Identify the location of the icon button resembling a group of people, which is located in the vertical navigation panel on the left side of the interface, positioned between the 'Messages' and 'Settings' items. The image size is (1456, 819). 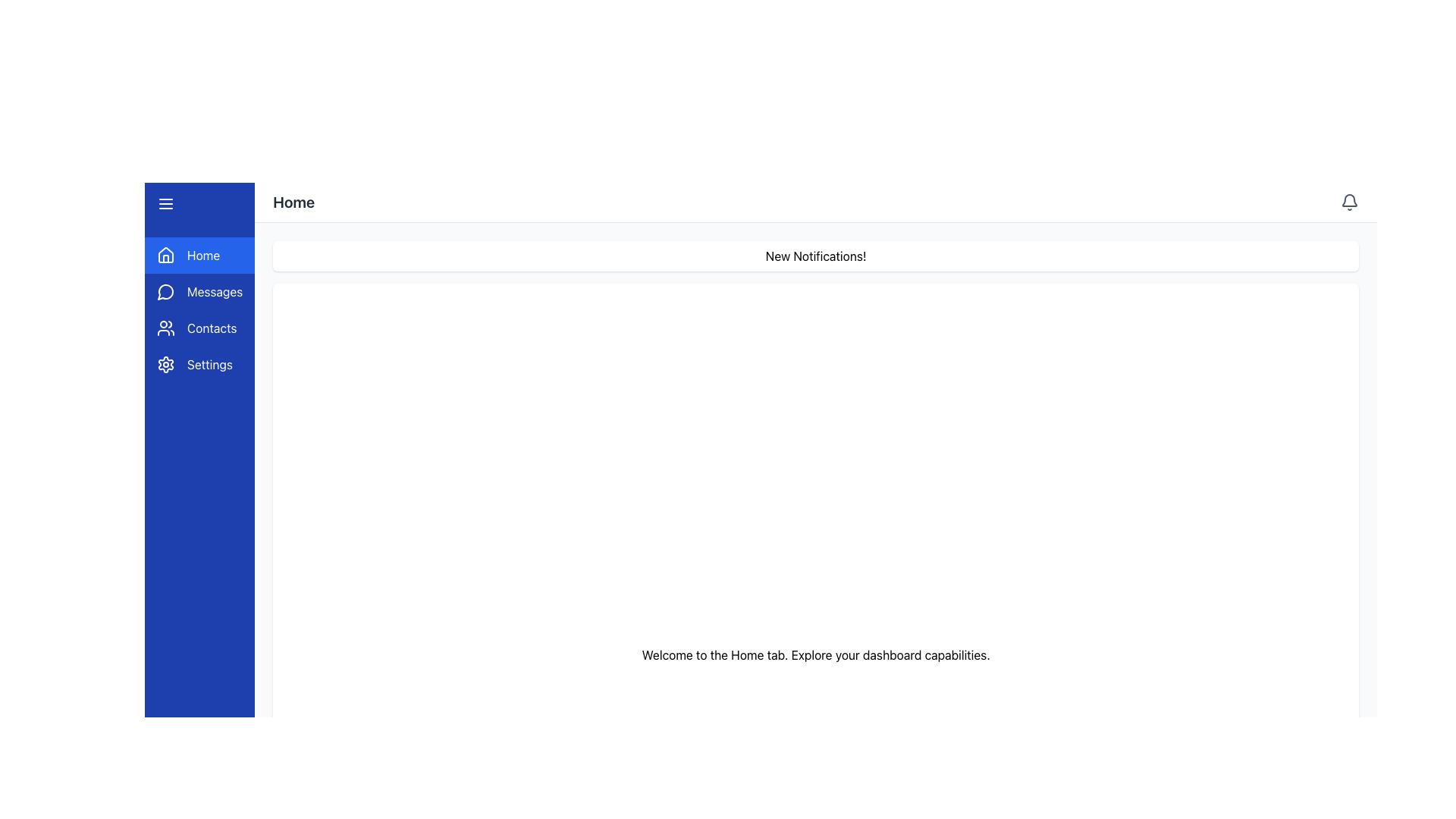
(166, 327).